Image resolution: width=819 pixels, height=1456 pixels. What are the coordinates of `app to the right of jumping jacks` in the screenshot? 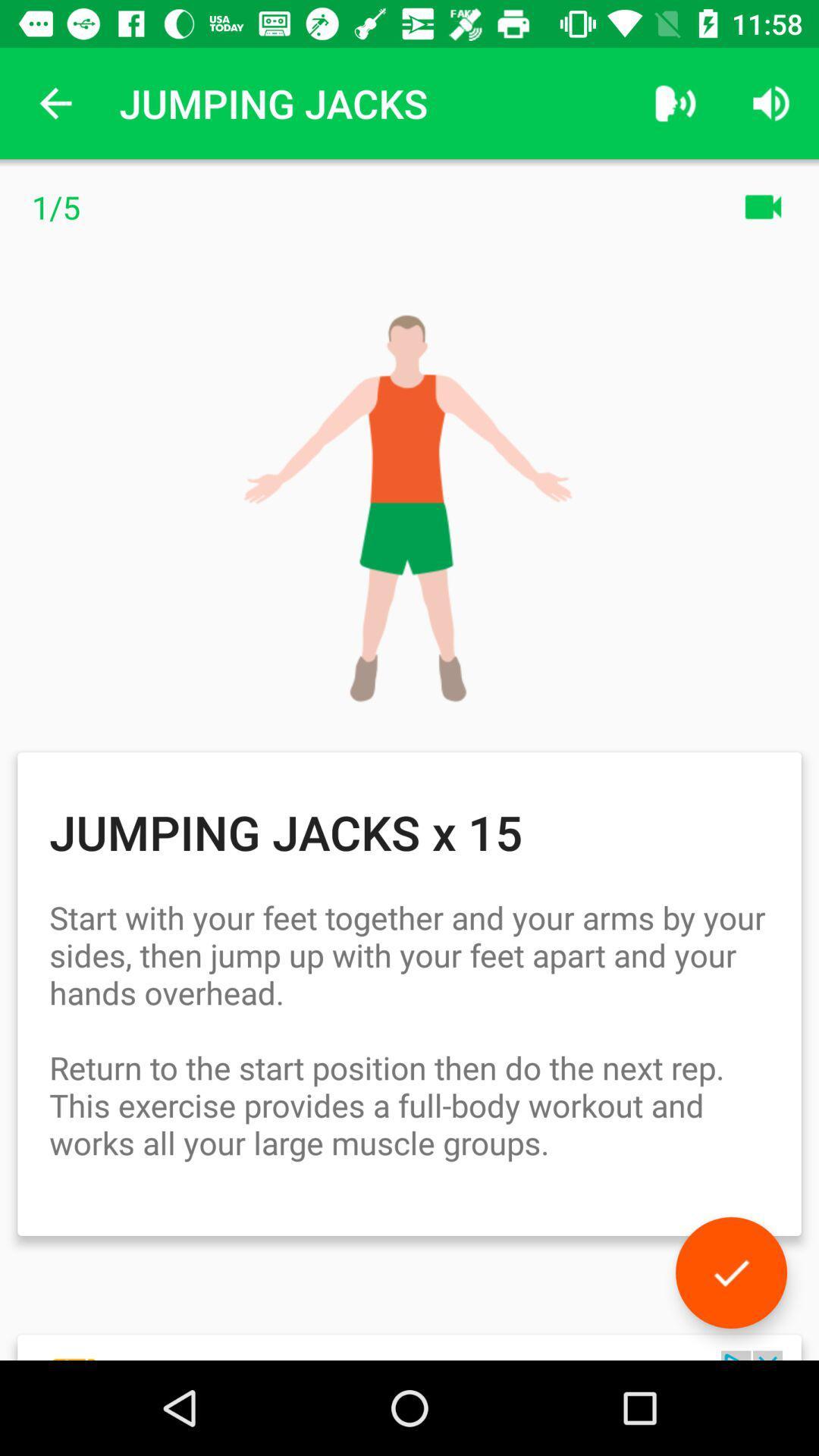 It's located at (675, 102).